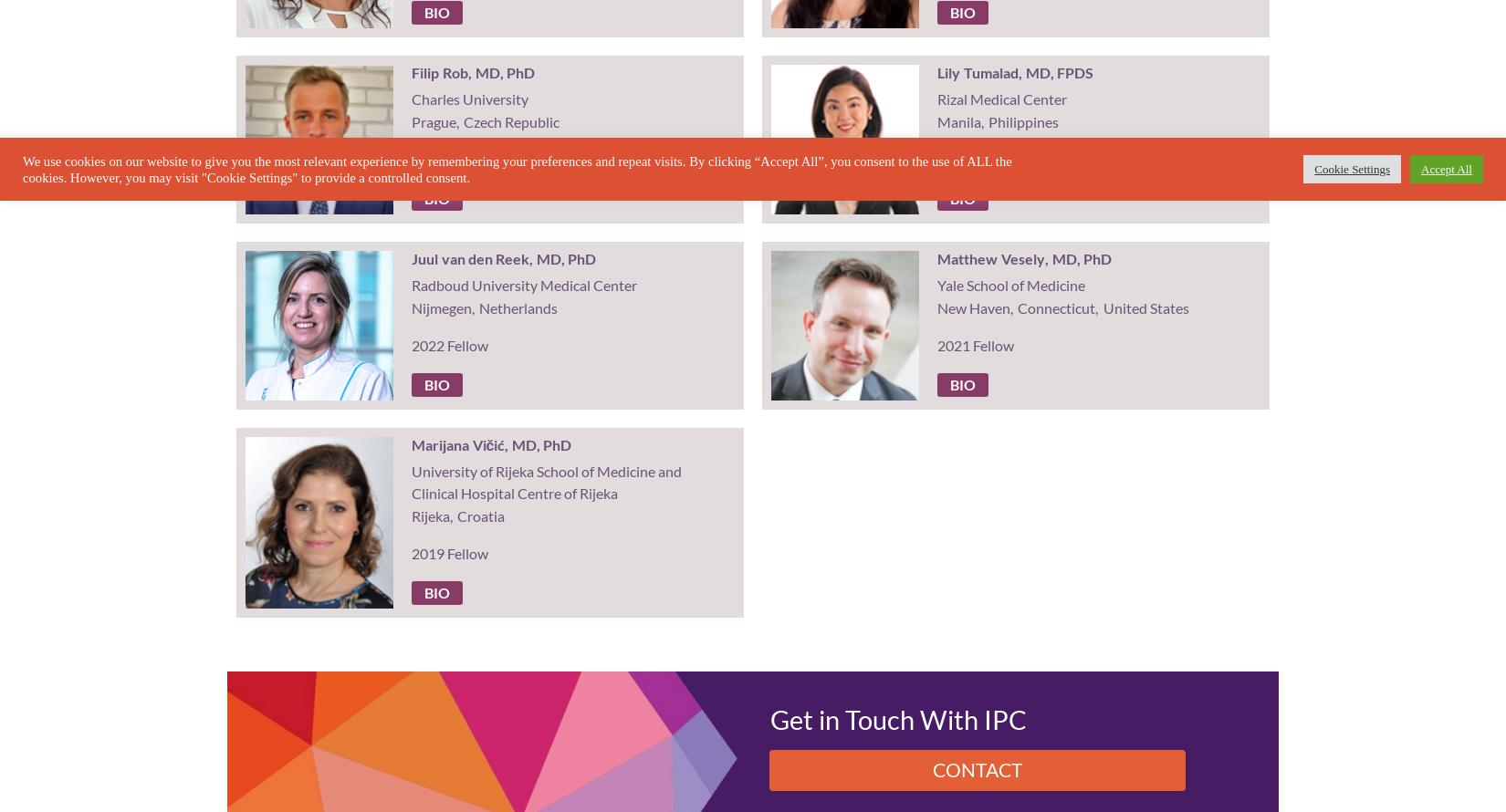 The width and height of the screenshot is (1506, 812). What do you see at coordinates (936, 257) in the screenshot?
I see `'Matthew'` at bounding box center [936, 257].